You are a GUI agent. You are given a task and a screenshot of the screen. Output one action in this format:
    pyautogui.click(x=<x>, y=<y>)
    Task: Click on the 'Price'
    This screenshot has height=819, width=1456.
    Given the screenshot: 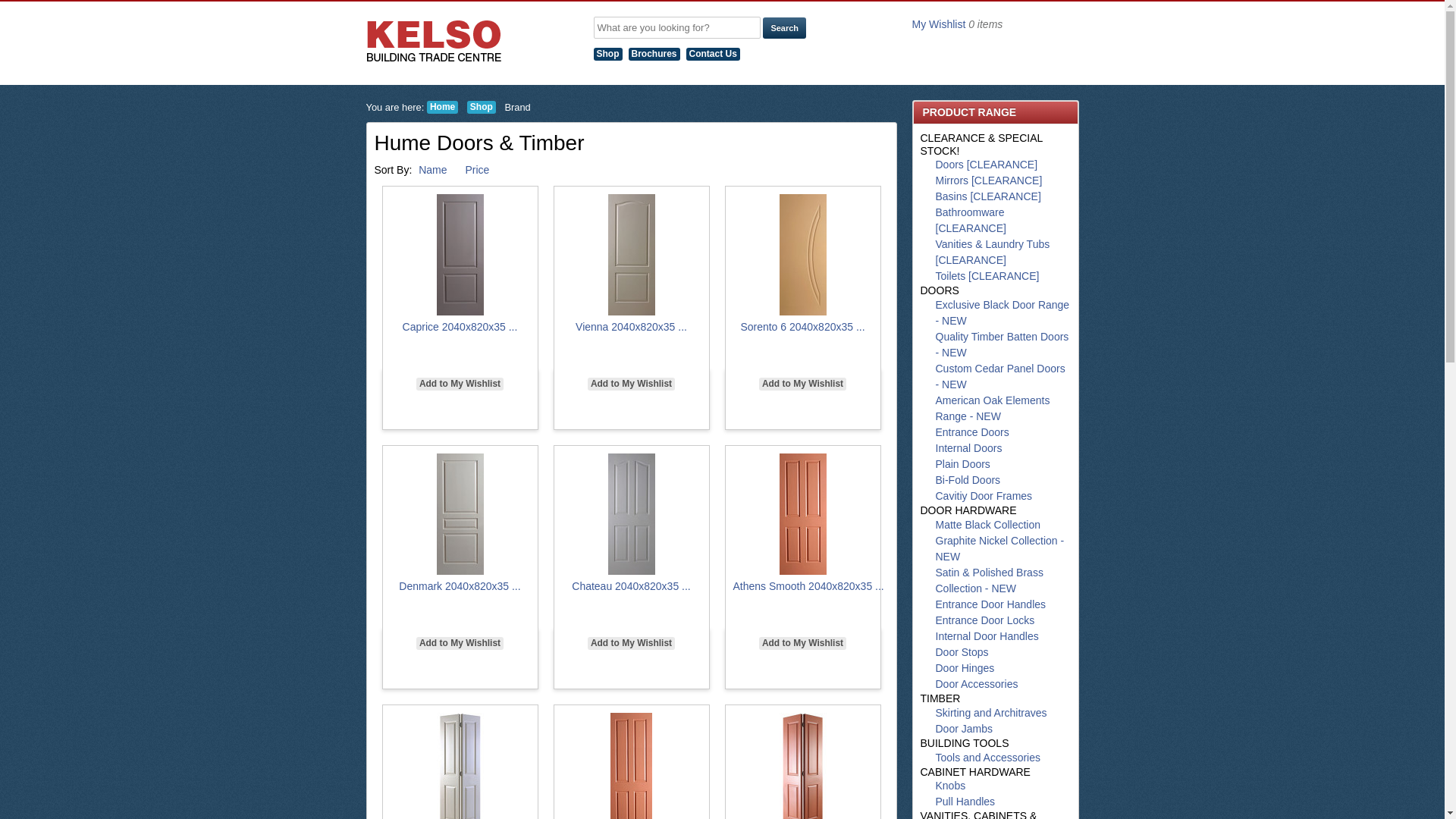 What is the action you would take?
    pyautogui.click(x=464, y=169)
    